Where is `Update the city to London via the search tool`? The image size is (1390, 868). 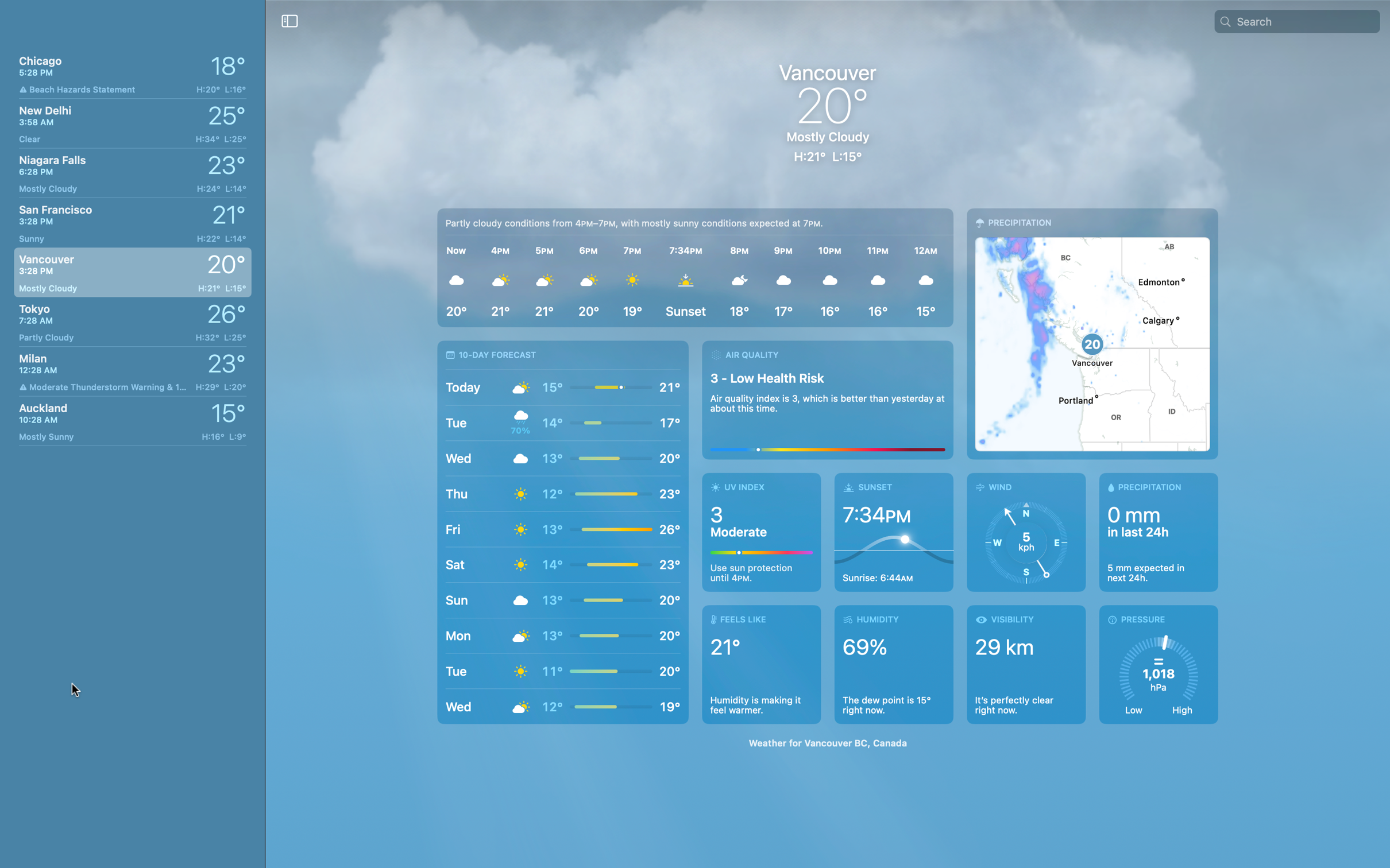
Update the city to London via the search tool is located at coordinates (1305, 20).